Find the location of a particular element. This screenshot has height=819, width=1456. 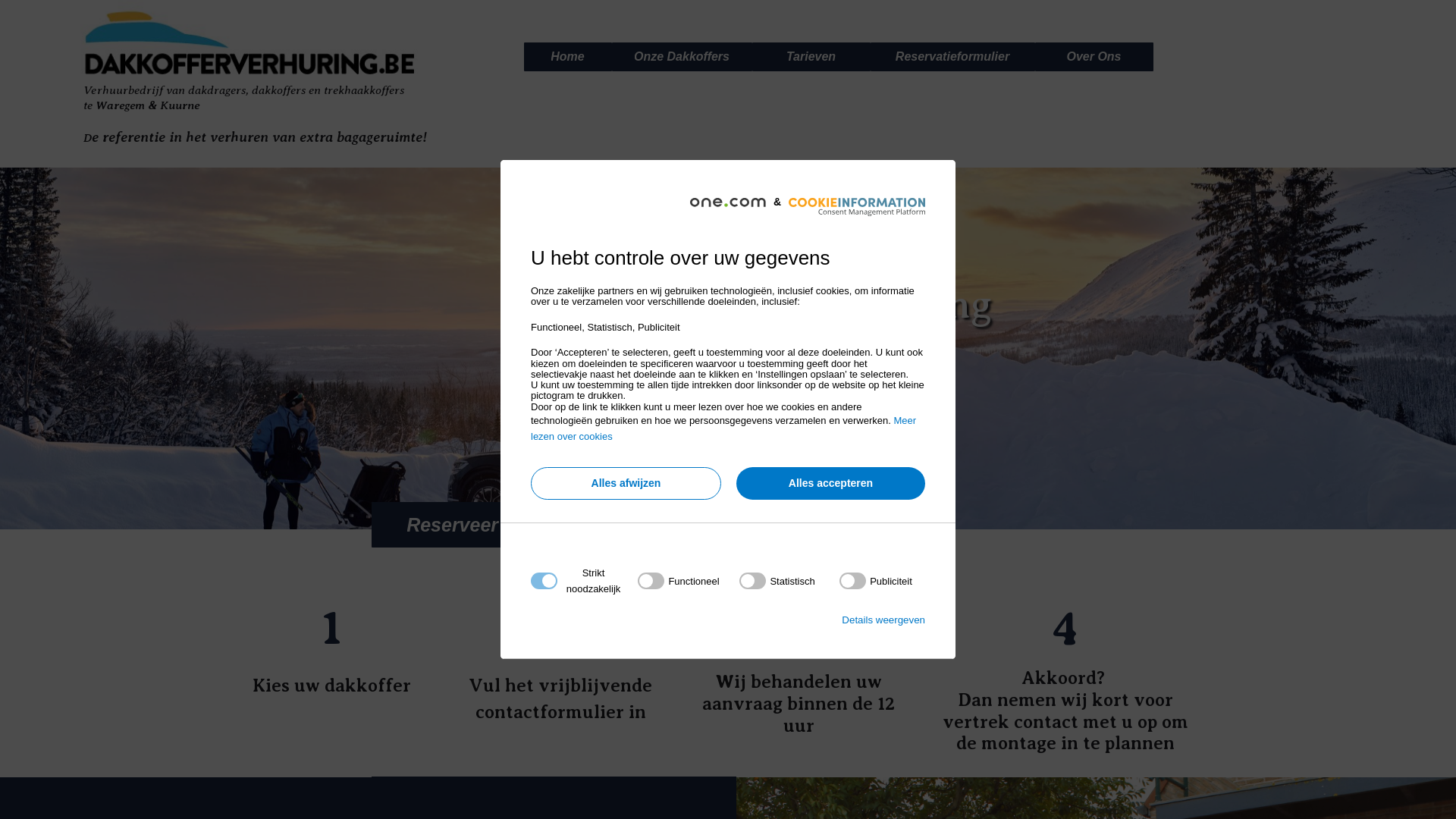

'Over Ons' is located at coordinates (1094, 55).